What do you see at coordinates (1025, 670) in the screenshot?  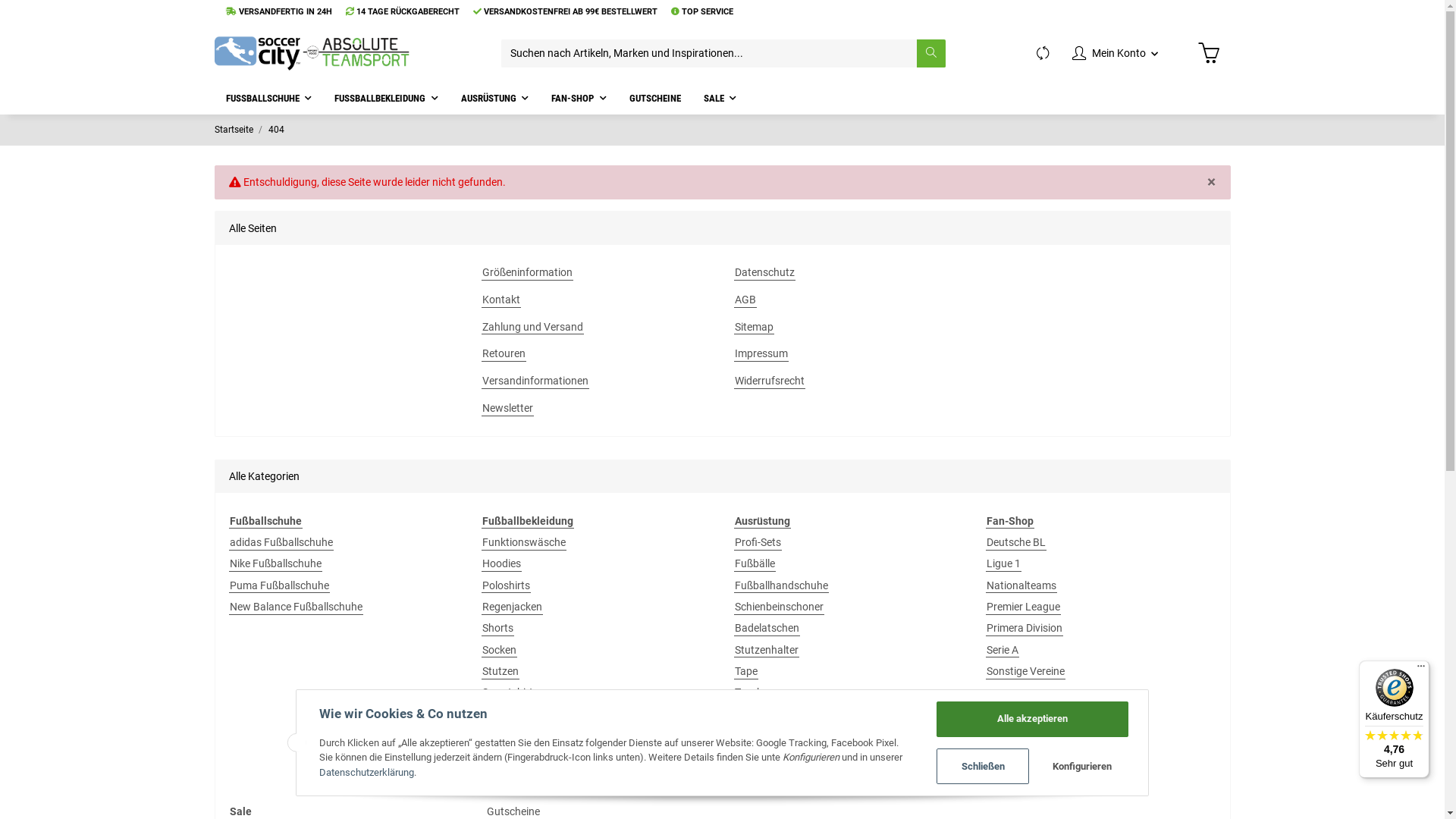 I see `'Sonstige Vereine'` at bounding box center [1025, 670].